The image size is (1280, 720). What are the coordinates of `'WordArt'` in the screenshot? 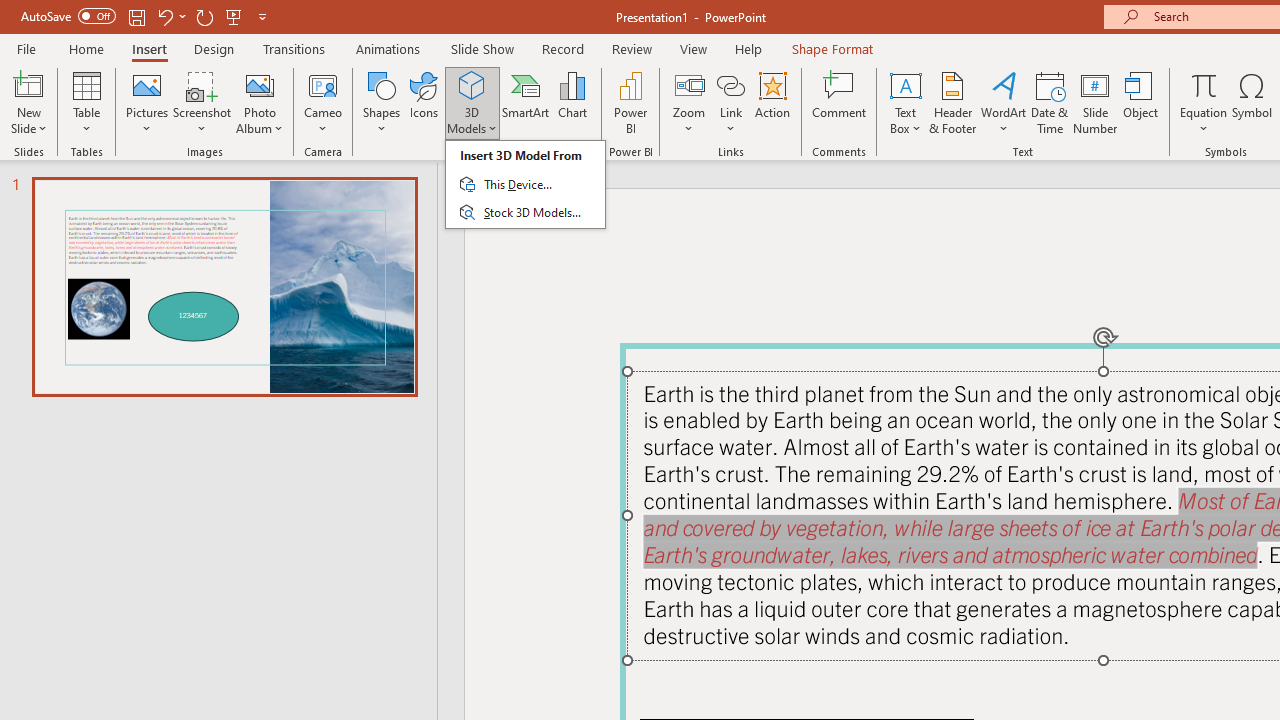 It's located at (1004, 103).